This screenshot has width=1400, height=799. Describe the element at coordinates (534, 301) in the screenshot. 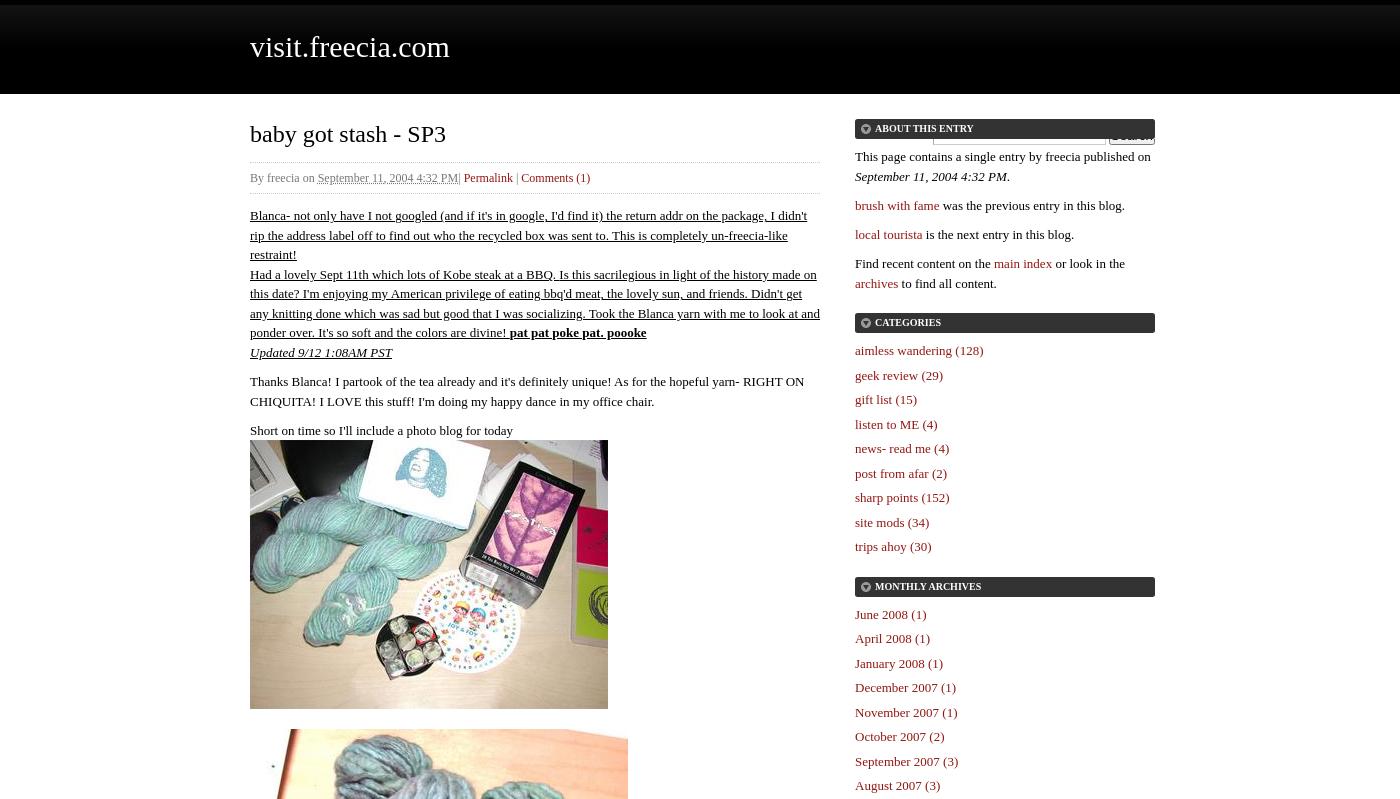

I see `'Is this sacrilegious in light of the history made on this date?  I'm enjoying my American privilege of eating bbq'd meat, the lovely sun, and friends.  Didn't get any knitting done which was sad but good that I was socializing.  Took the Blanca yarn with me to look at and ponder over.  It's so soft and the colors are divine!'` at that location.